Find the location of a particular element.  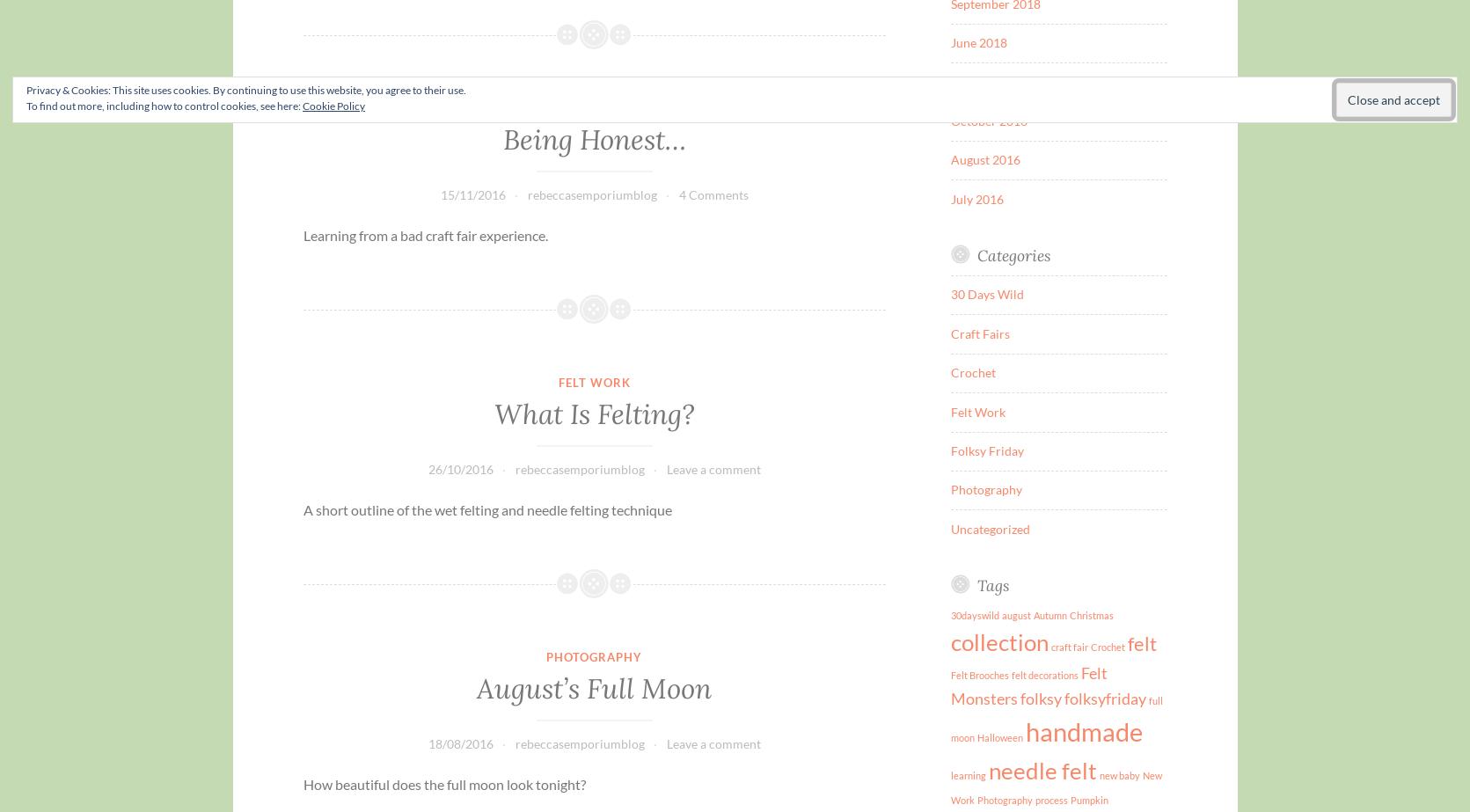

'Folksy Friday' is located at coordinates (987, 450).